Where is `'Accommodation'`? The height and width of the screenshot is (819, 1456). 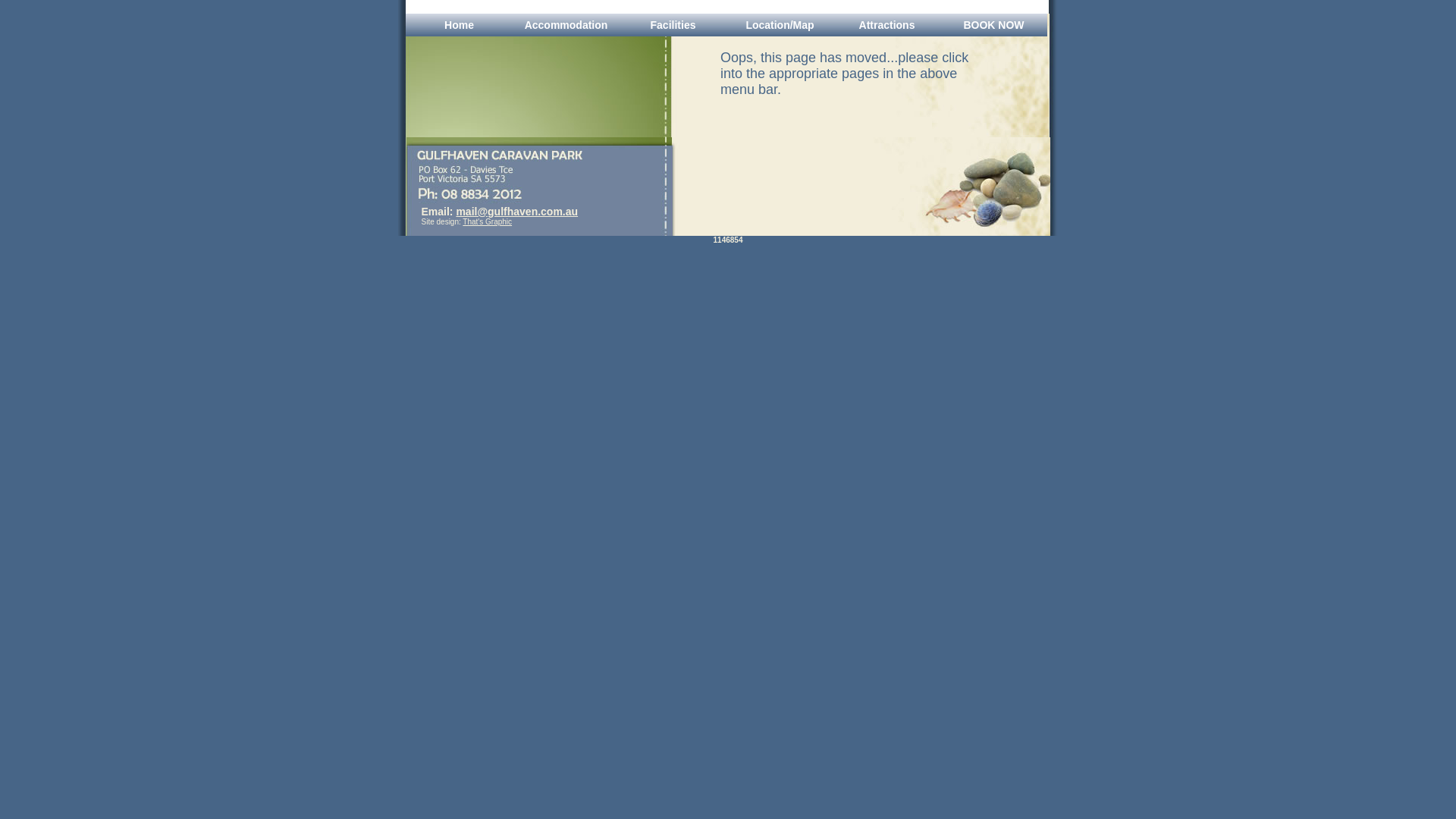
'Accommodation' is located at coordinates (565, 25).